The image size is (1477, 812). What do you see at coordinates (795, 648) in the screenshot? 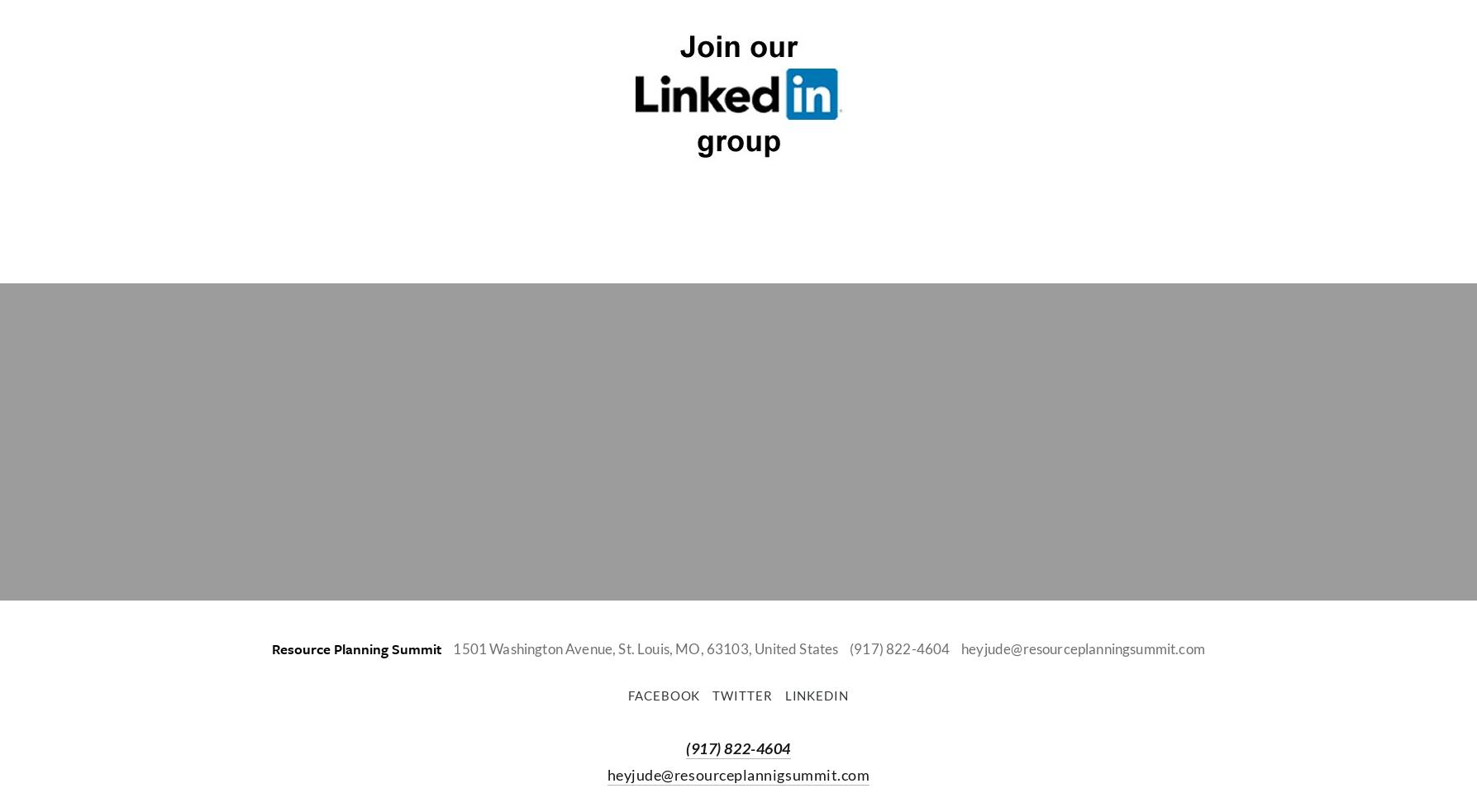
I see `'United States'` at bounding box center [795, 648].